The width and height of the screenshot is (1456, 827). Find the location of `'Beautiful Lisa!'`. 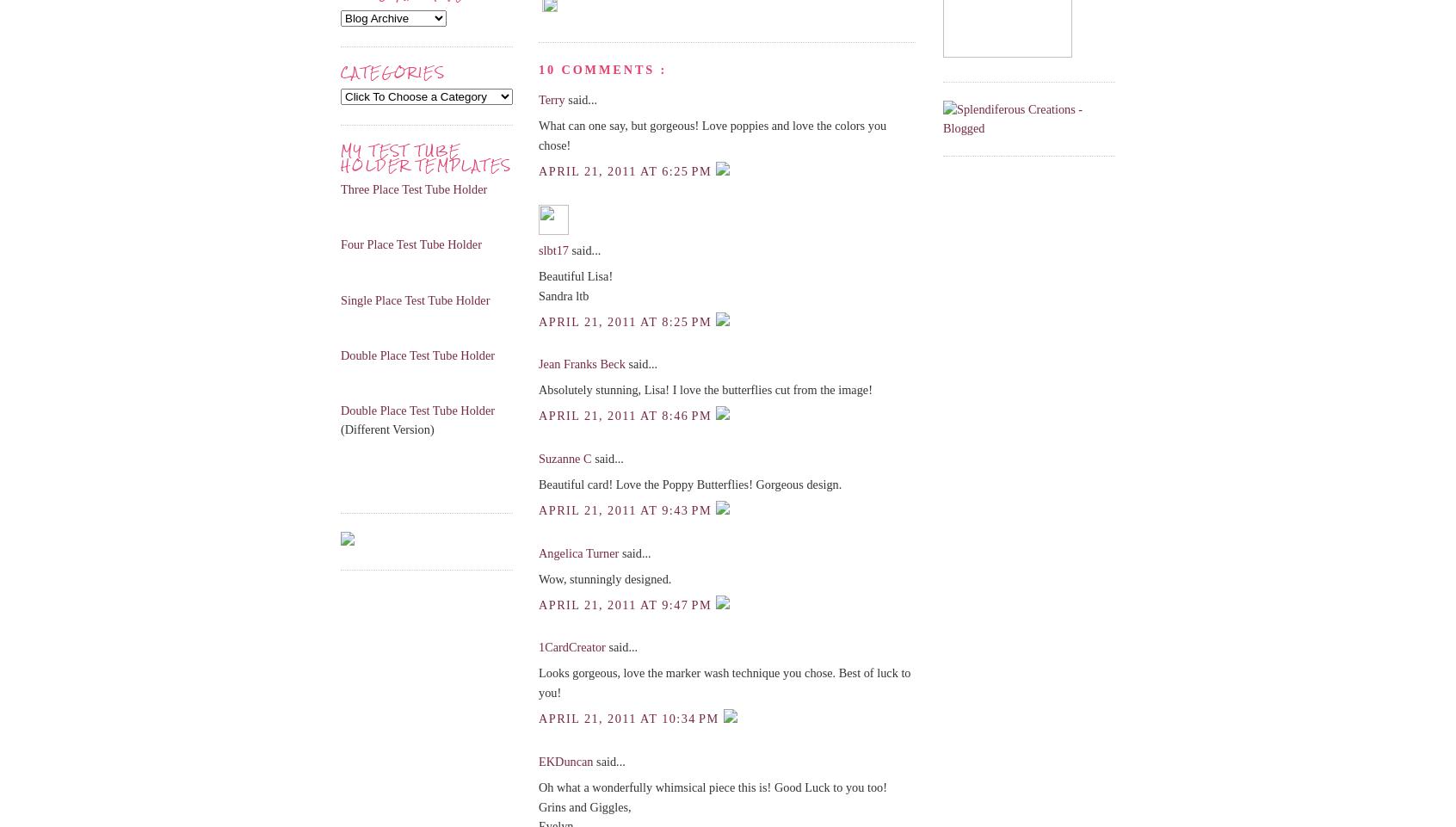

'Beautiful Lisa!' is located at coordinates (538, 275).